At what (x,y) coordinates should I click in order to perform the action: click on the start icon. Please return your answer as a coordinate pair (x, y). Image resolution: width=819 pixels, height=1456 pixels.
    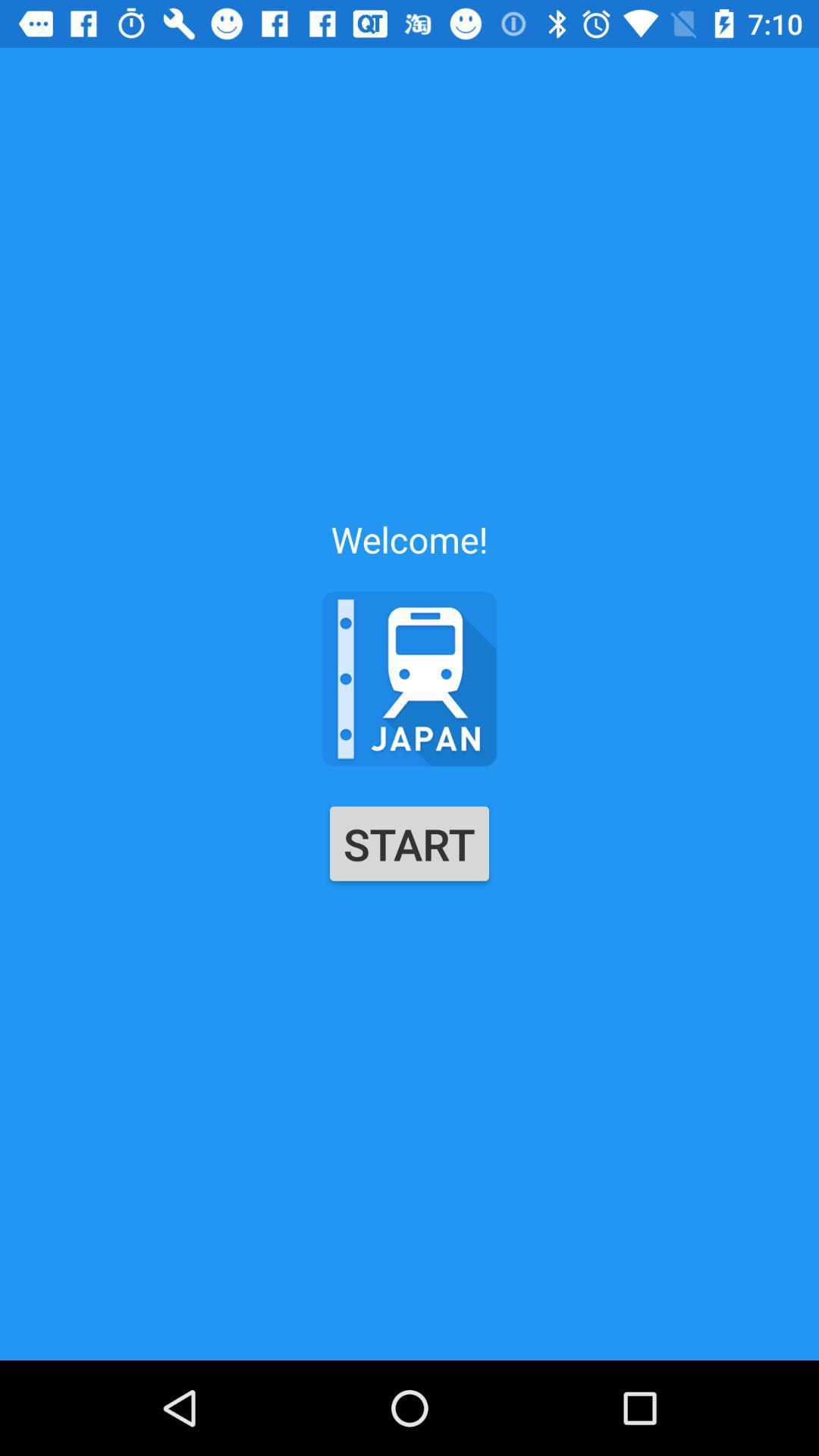
    Looking at the image, I should click on (409, 843).